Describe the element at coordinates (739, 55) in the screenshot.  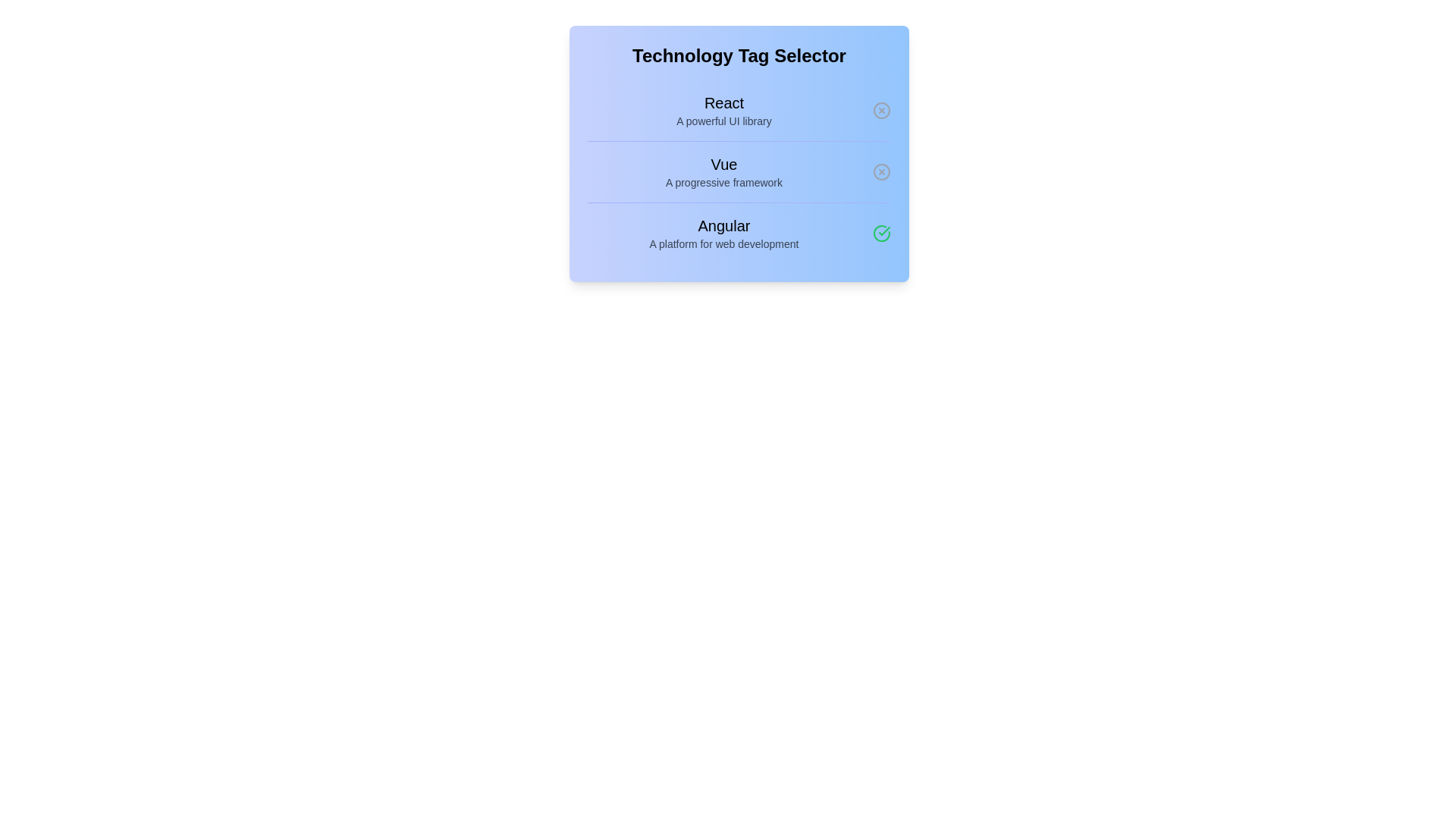
I see `the title of the Technology Tag Selector component` at that location.